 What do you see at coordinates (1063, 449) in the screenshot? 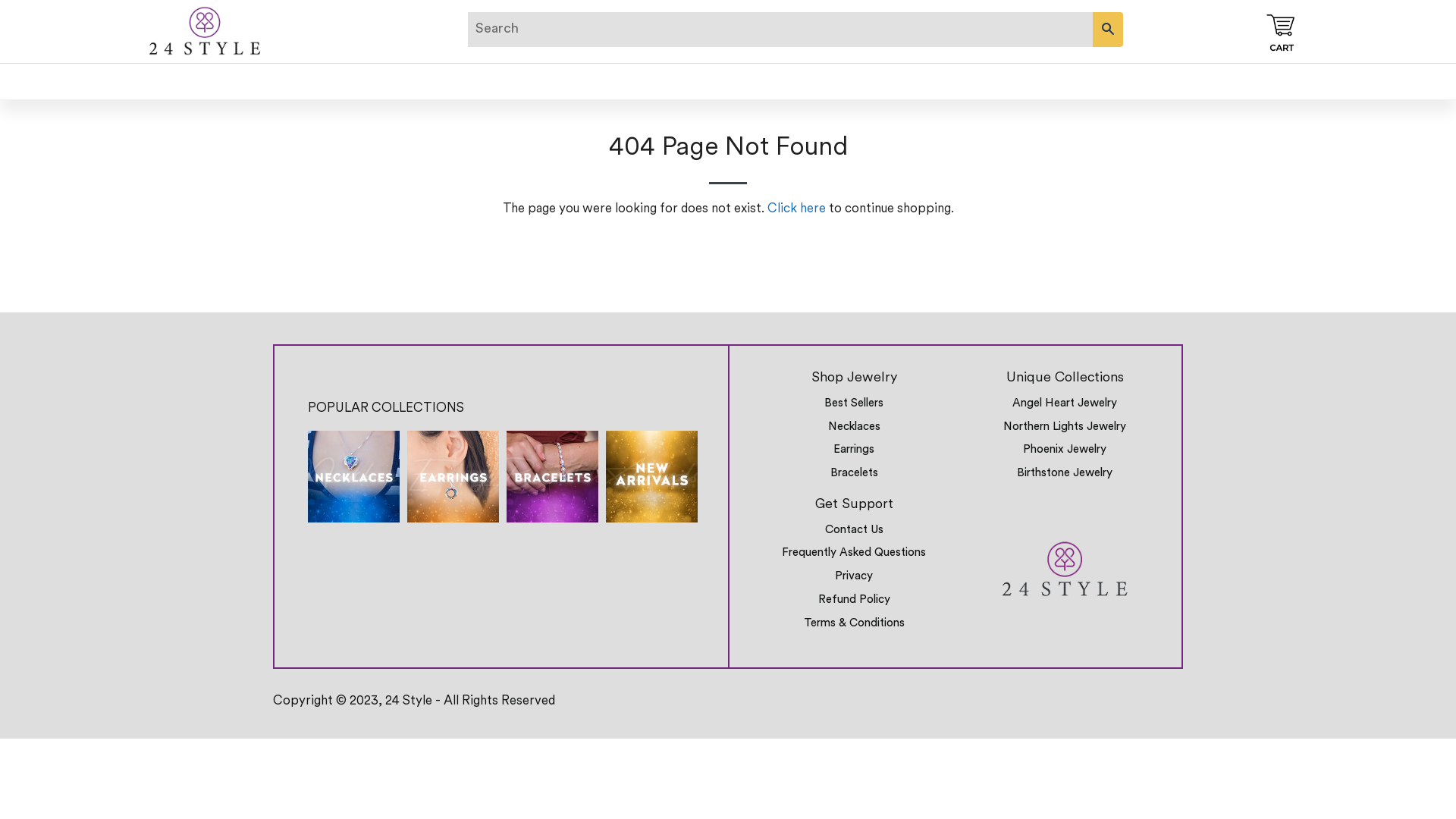
I see `'Phoenix Jewelry'` at bounding box center [1063, 449].